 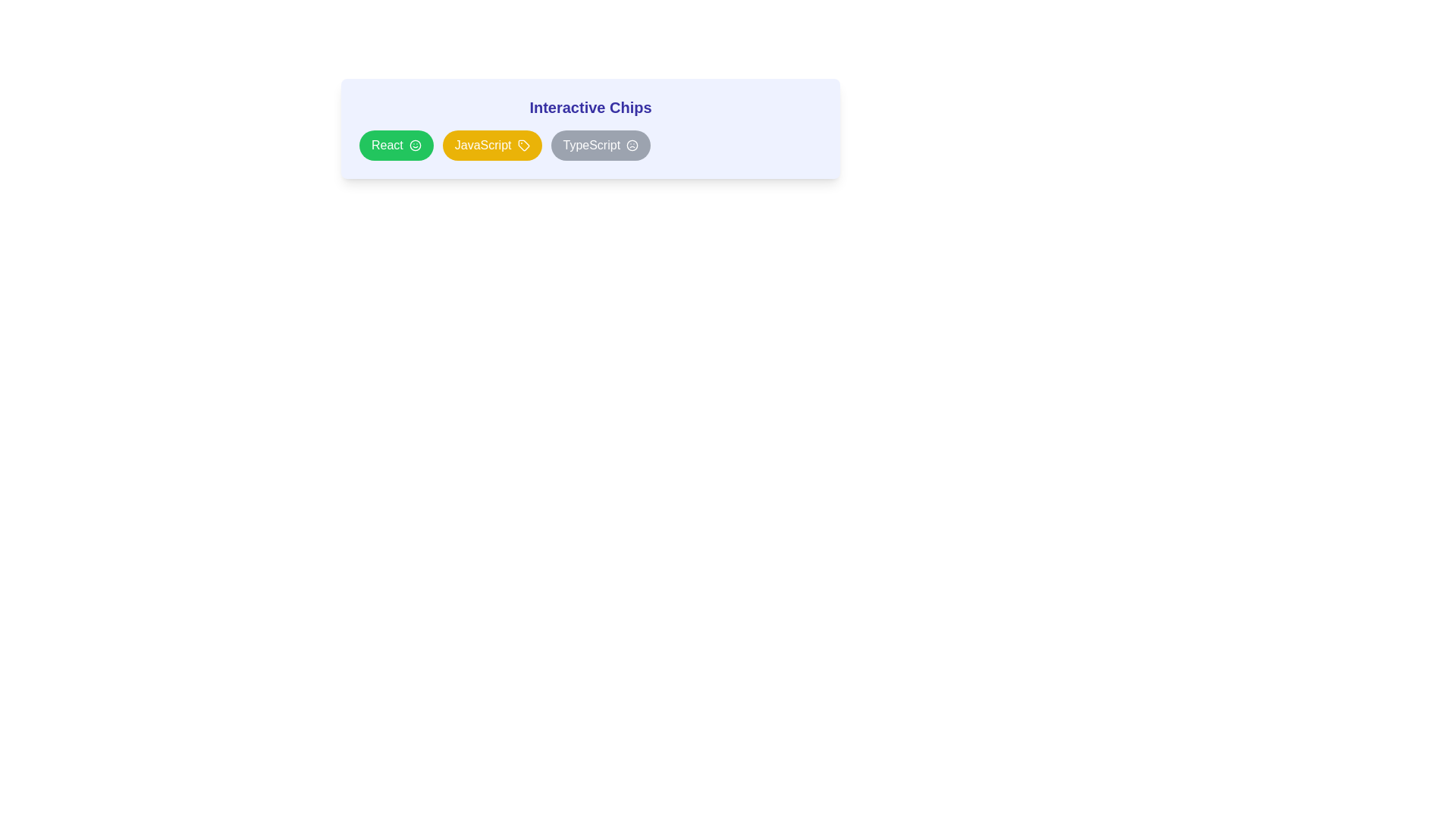 I want to click on the frown face icon located at the rightmost edge of the 'TypeScript' chip, which indicates a negative state, so click(x=632, y=146).